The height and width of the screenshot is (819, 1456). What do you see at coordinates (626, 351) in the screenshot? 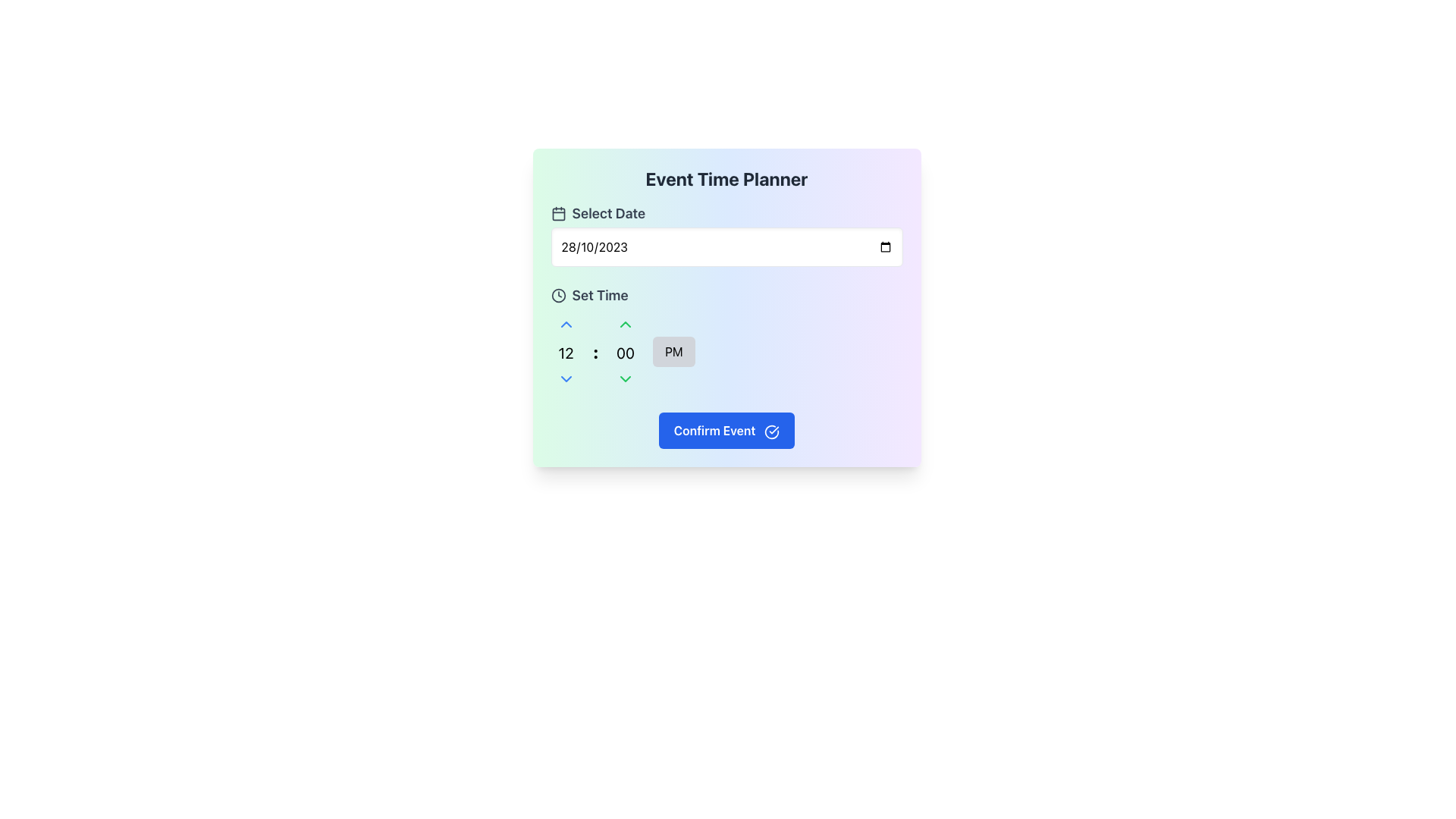
I see `the second numeric display element in the time-selection interface that shows the currently selected minute value` at bounding box center [626, 351].